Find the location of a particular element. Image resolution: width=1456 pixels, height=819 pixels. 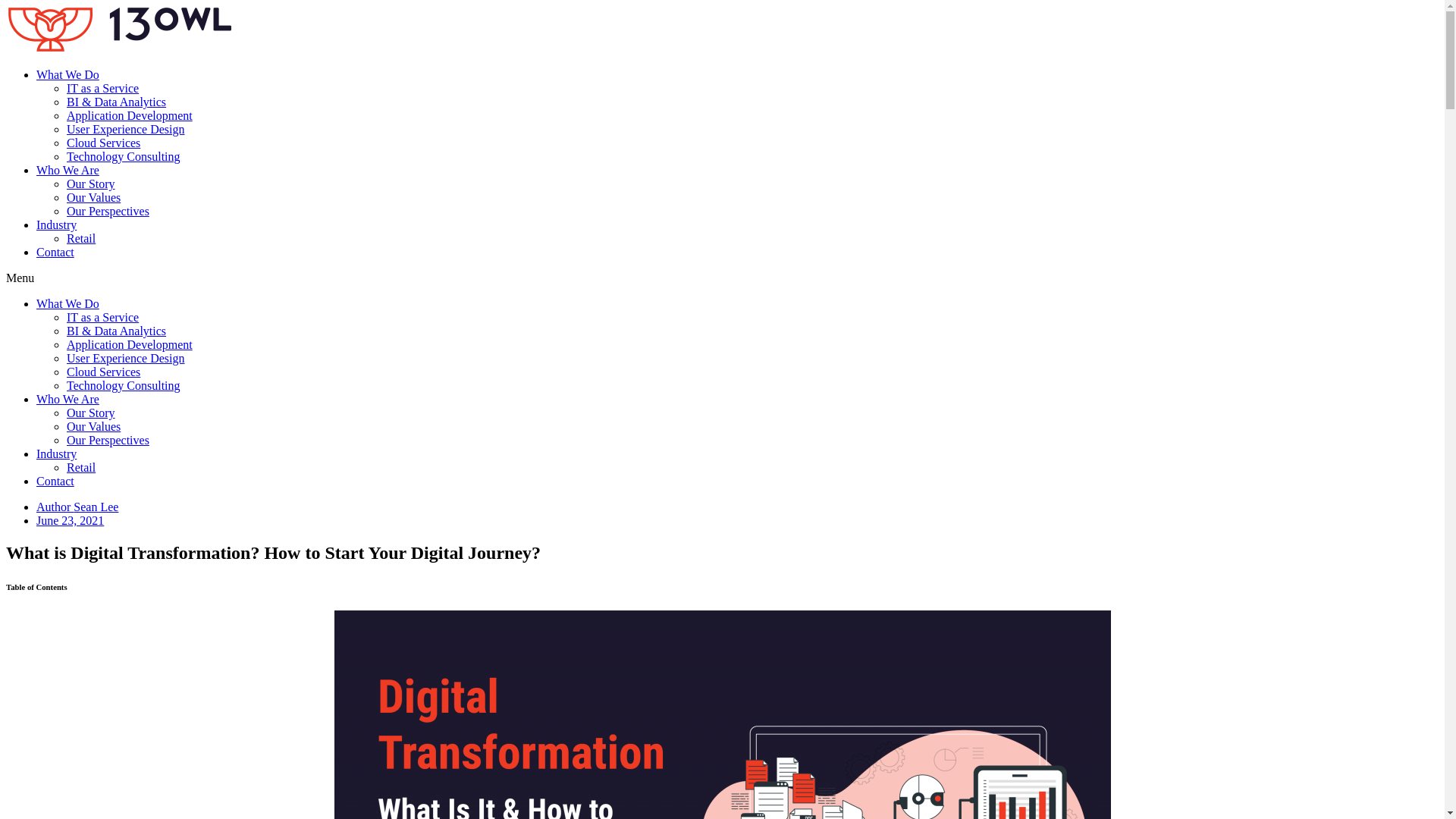

'Our Values' is located at coordinates (65, 426).